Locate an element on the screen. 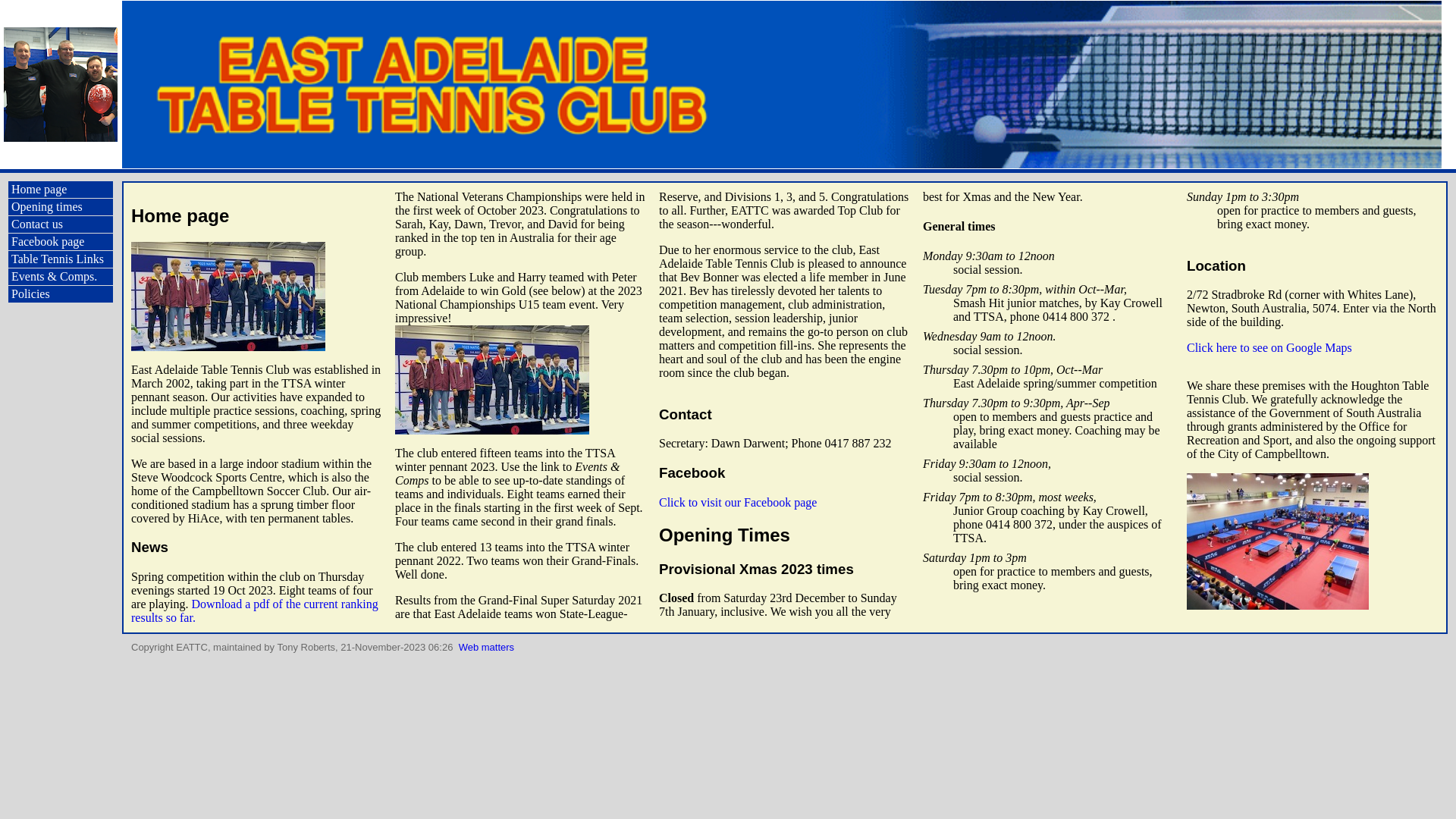 The width and height of the screenshot is (1456, 819). 'Click here to see on Google Maps' is located at coordinates (1269, 347).